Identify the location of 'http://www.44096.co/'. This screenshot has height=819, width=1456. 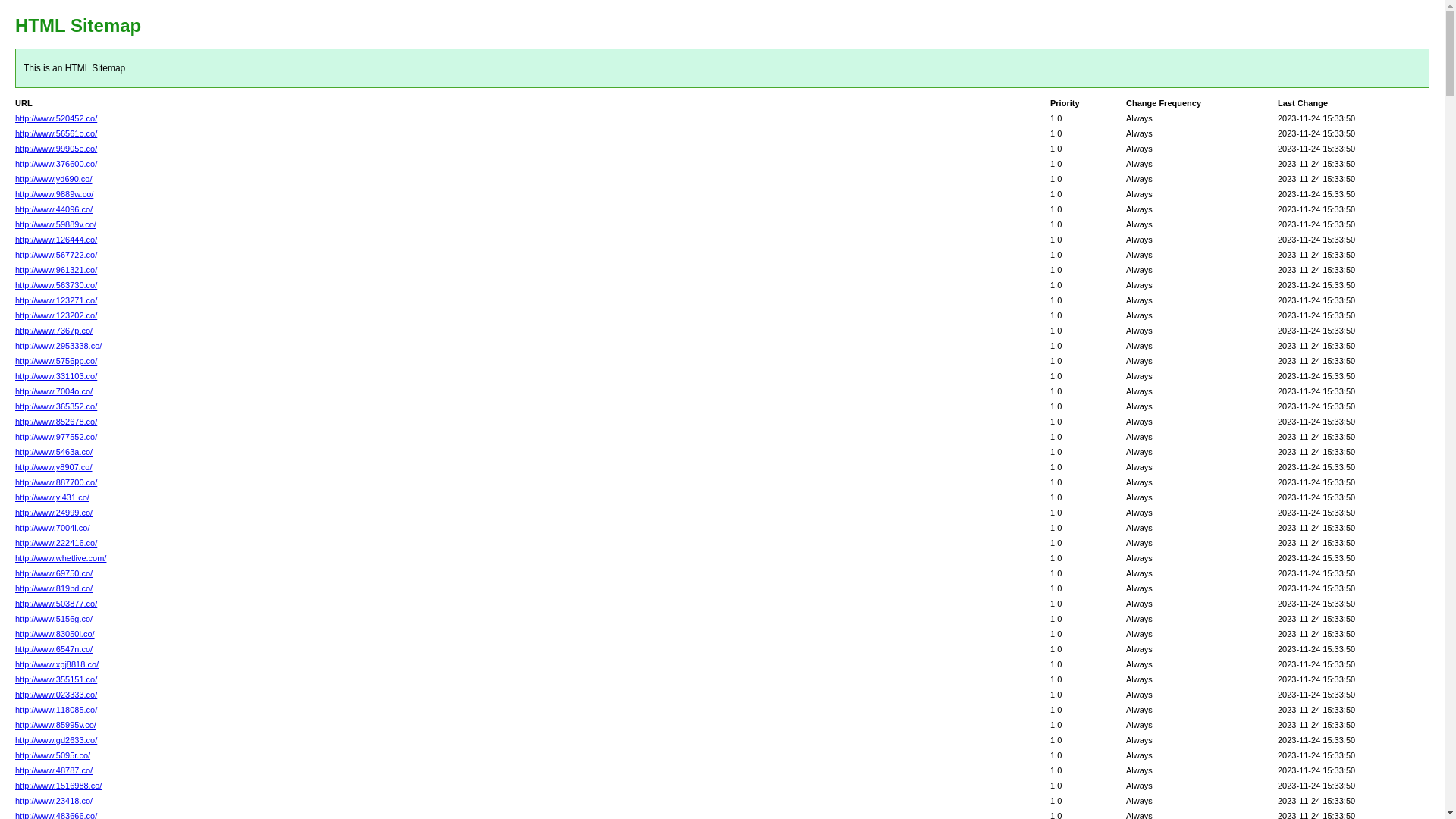
(14, 209).